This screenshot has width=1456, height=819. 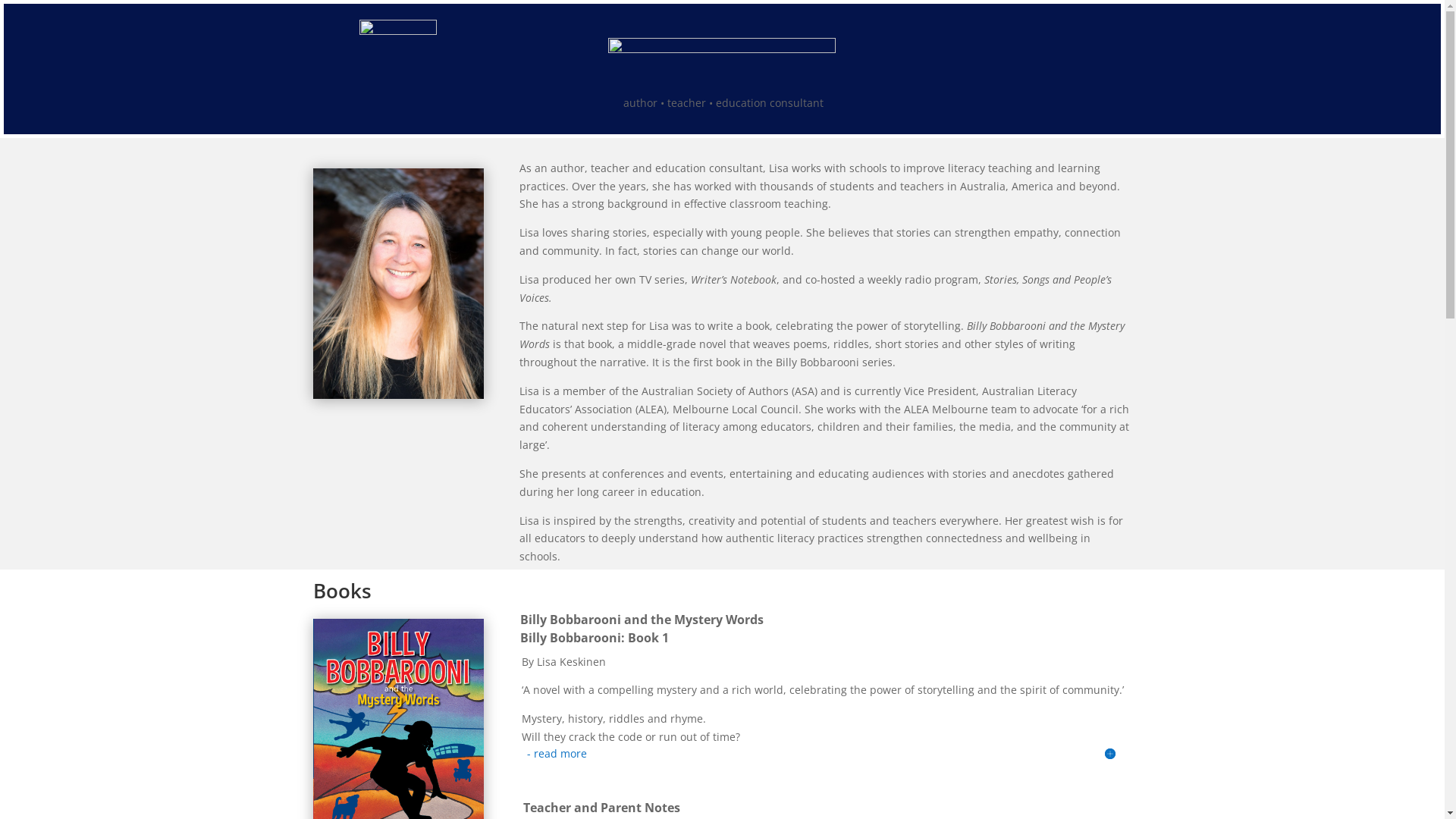 I want to click on 'lisa keskinen', so click(x=397, y=284).